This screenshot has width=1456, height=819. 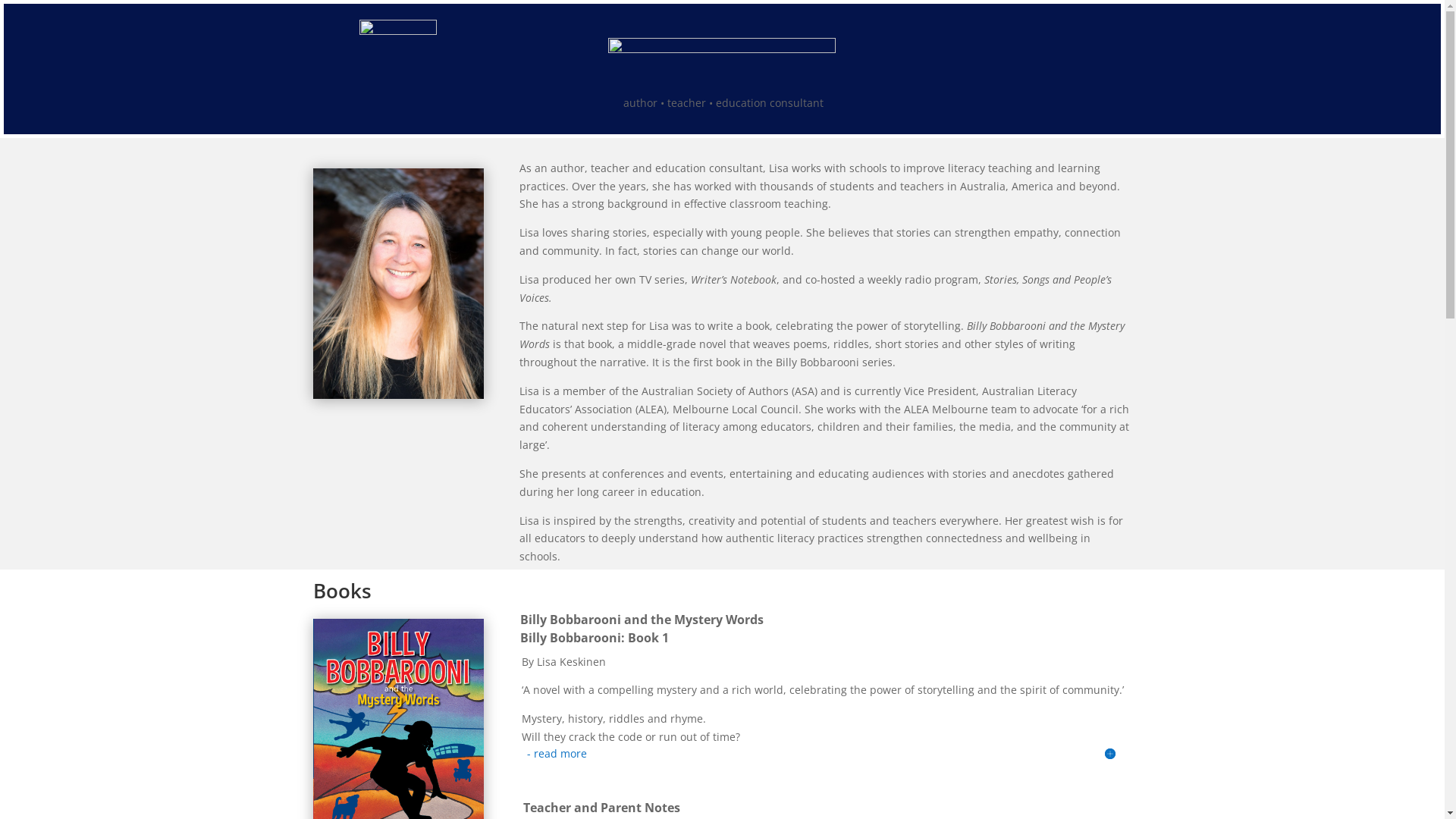 I want to click on 'lisa keskinen', so click(x=397, y=284).